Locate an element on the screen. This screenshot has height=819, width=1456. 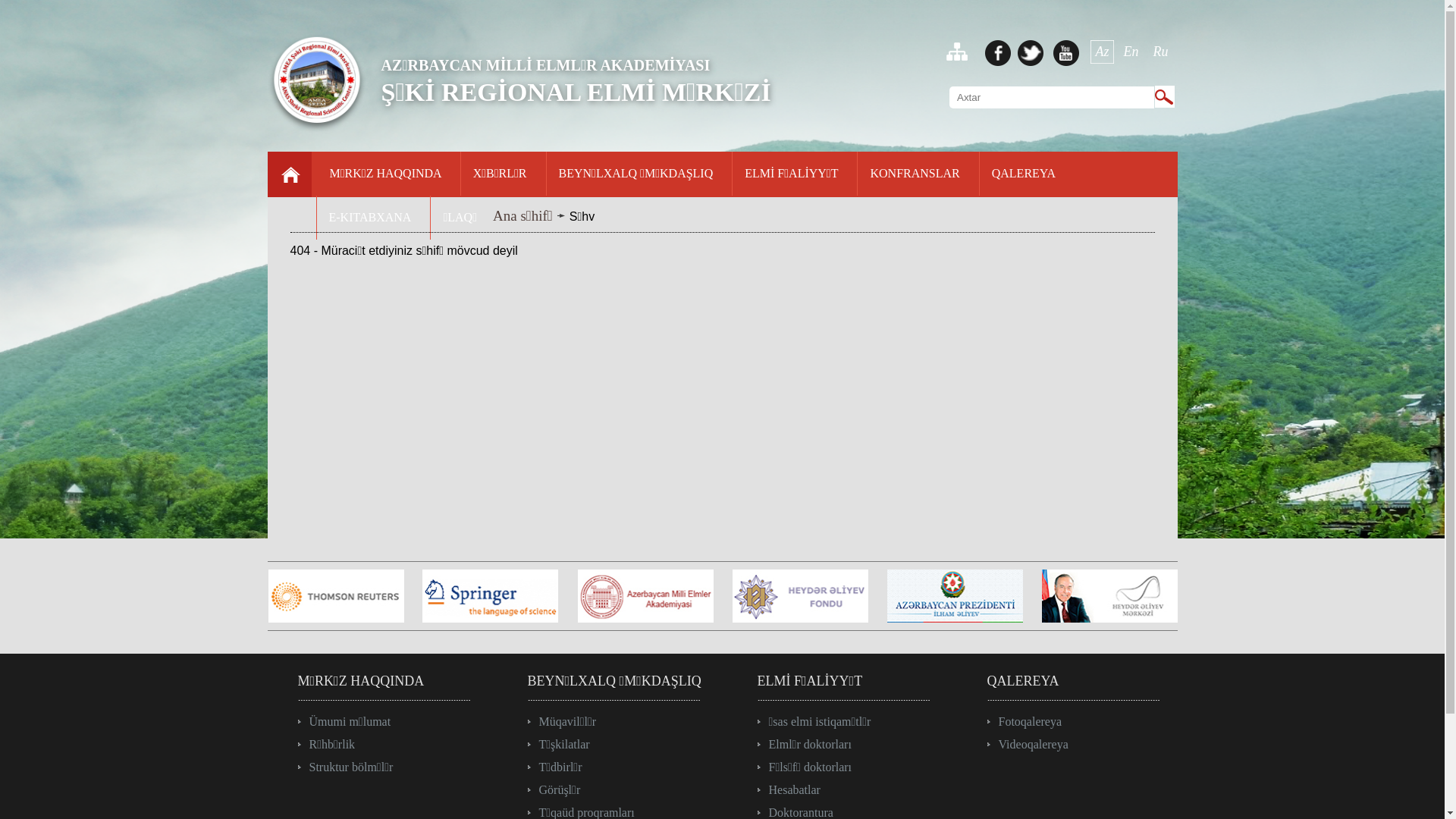
'Ru' is located at coordinates (1160, 51).